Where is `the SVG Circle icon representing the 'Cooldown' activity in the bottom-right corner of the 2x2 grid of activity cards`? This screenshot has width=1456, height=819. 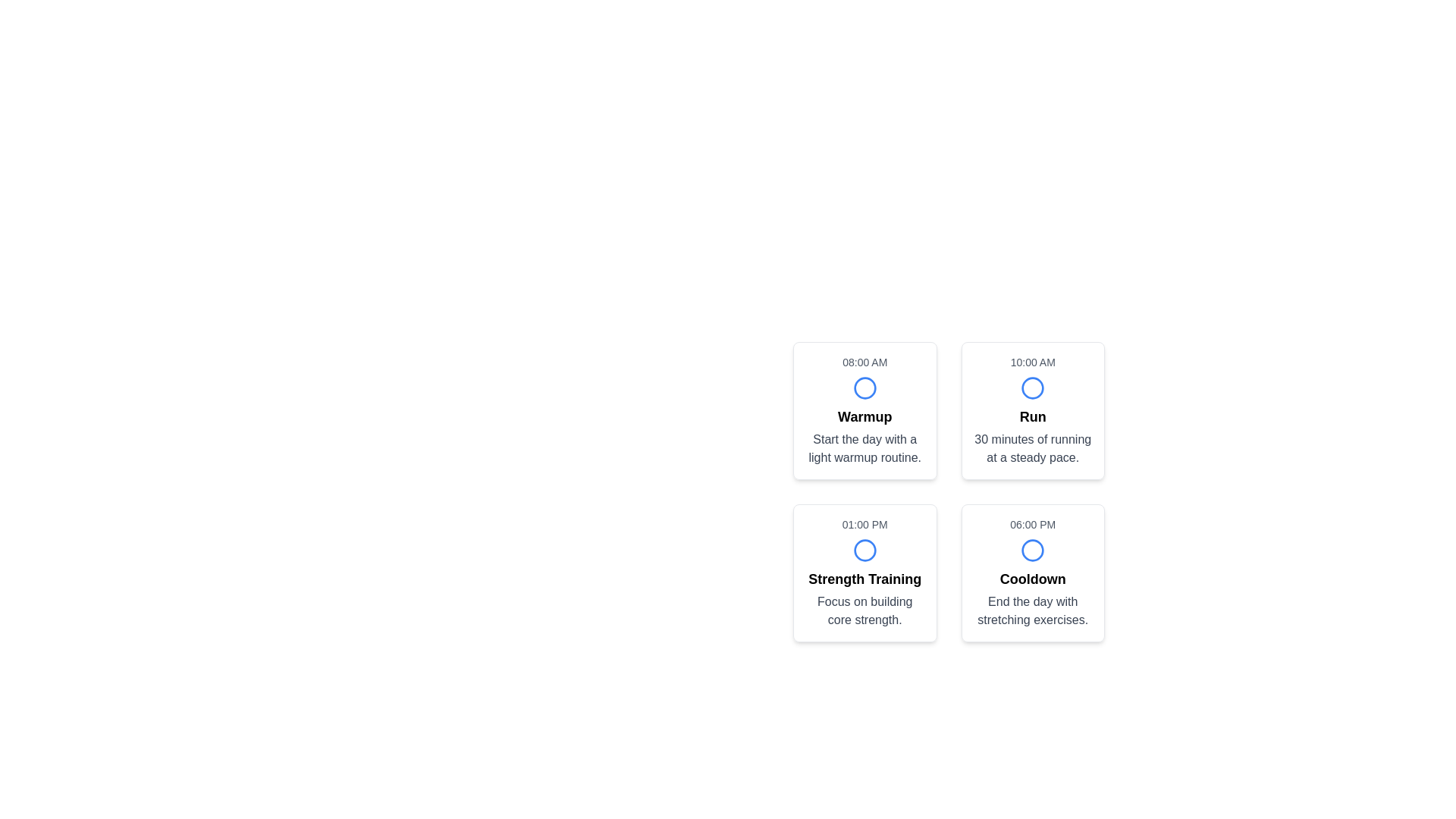
the SVG Circle icon representing the 'Cooldown' activity in the bottom-right corner of the 2x2 grid of activity cards is located at coordinates (1032, 550).